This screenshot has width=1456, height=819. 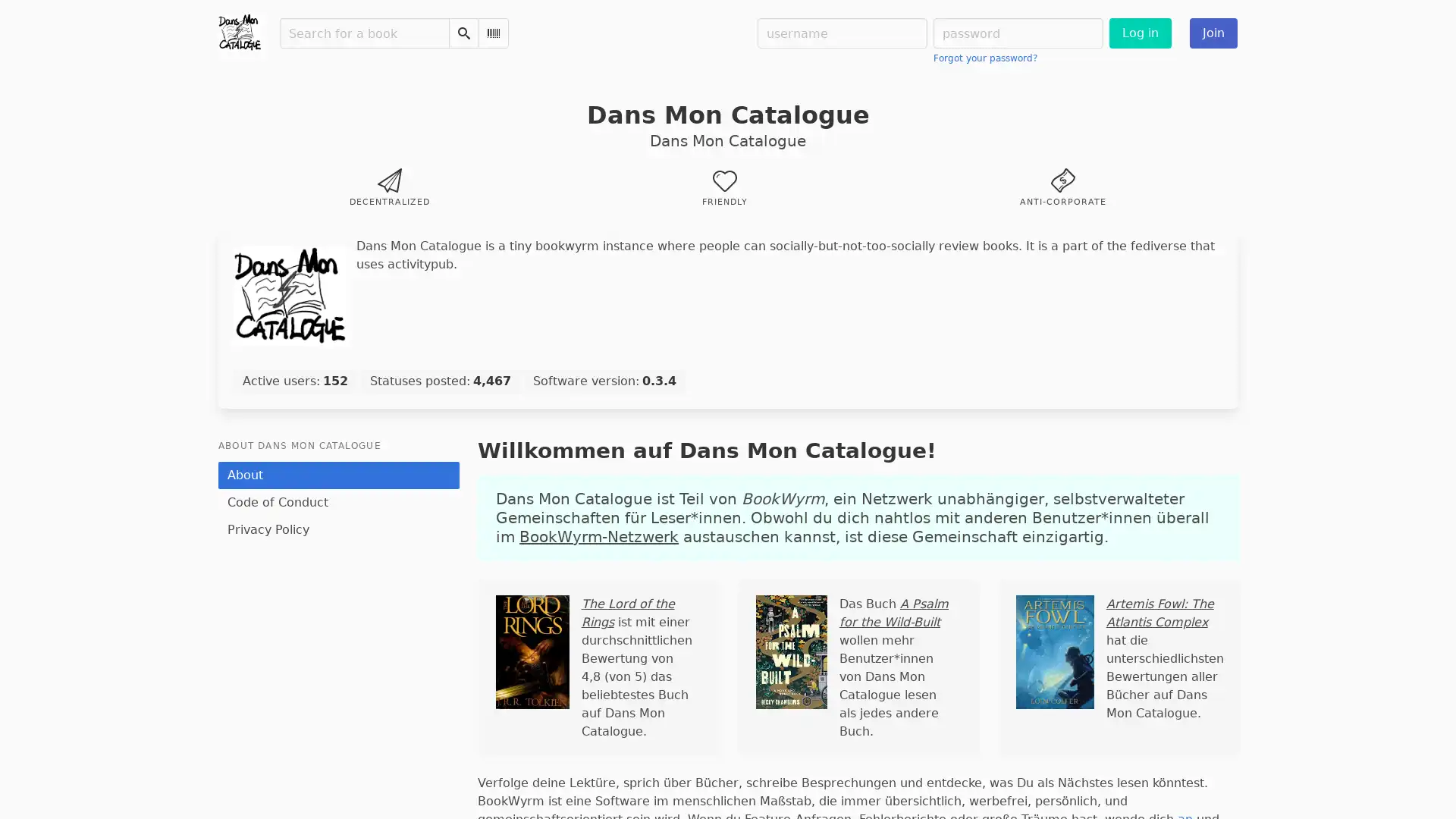 What do you see at coordinates (463, 33) in the screenshot?
I see `Search` at bounding box center [463, 33].